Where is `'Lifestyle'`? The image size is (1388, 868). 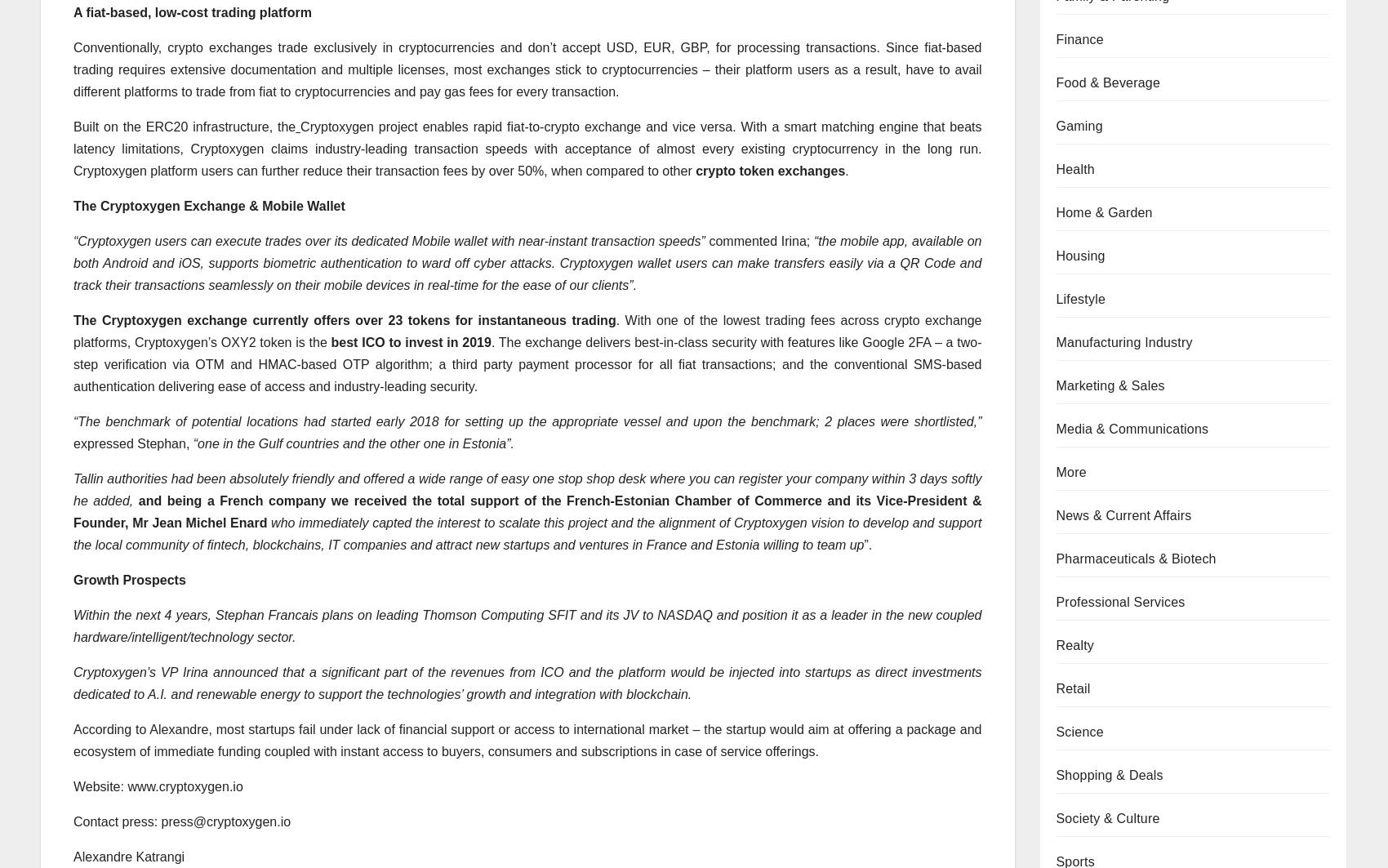
'Lifestyle' is located at coordinates (1080, 298).